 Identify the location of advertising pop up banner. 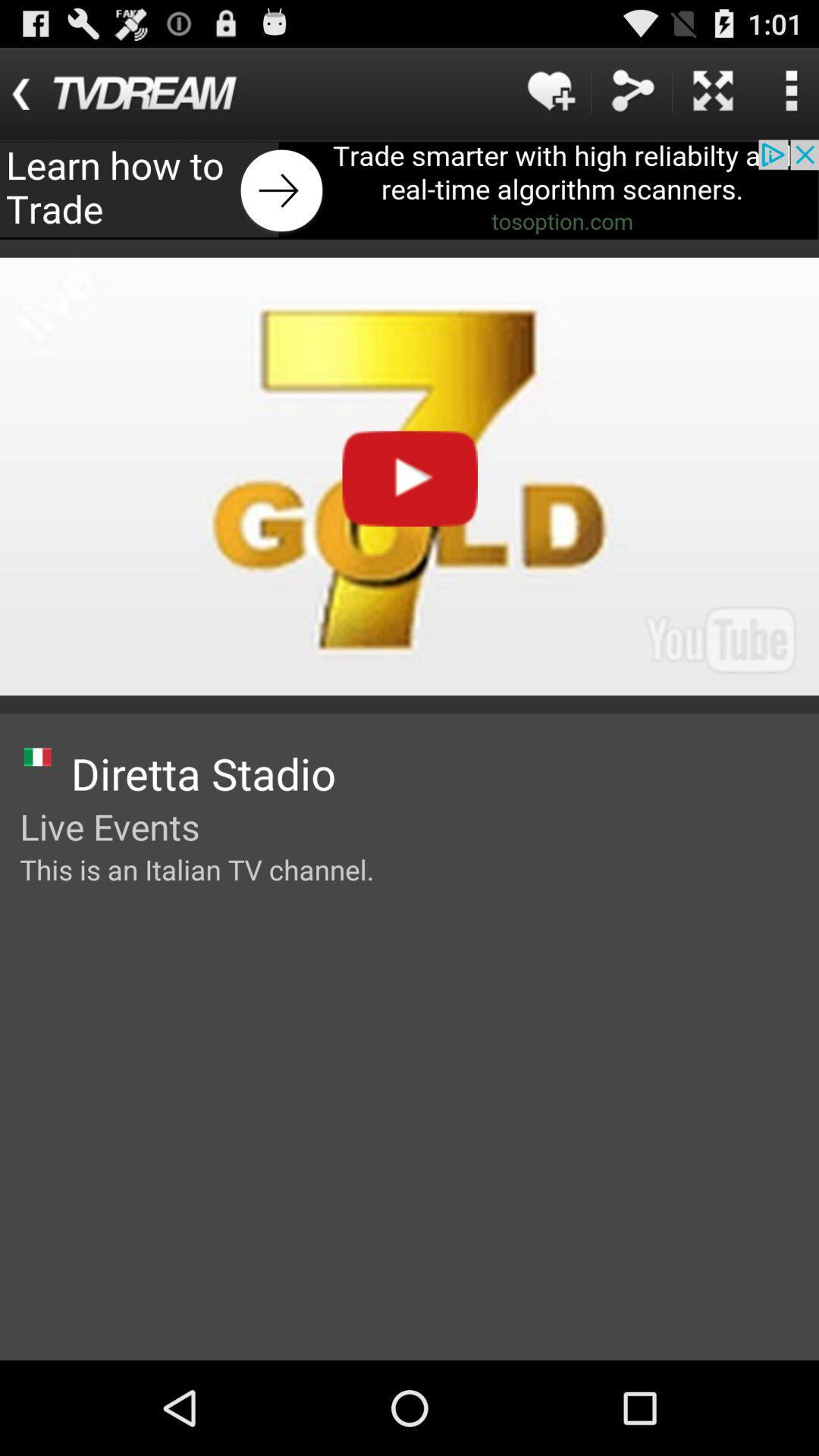
(409, 189).